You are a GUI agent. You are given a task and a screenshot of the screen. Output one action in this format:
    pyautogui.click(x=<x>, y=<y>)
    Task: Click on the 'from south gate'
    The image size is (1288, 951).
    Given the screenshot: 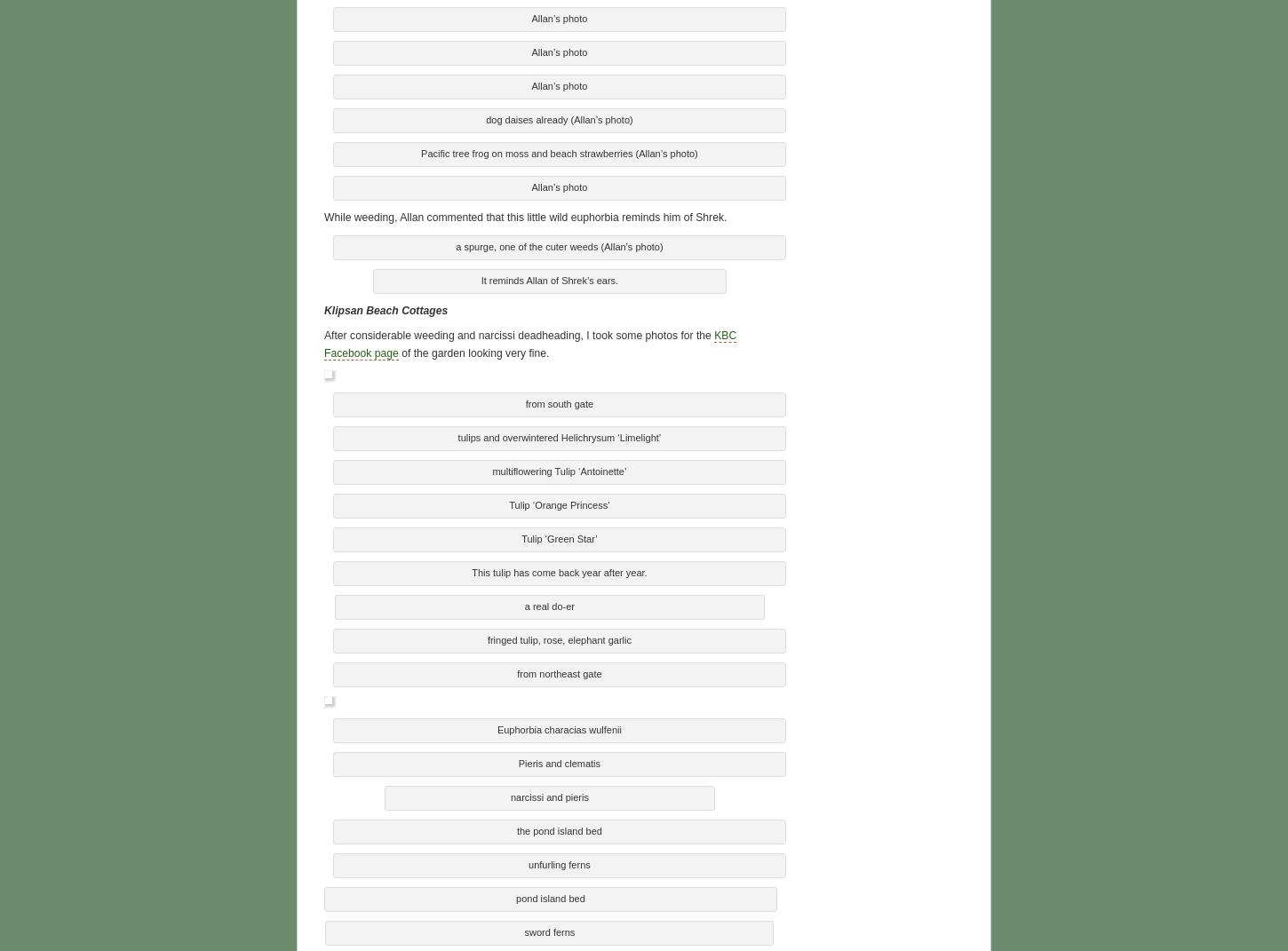 What is the action you would take?
    pyautogui.click(x=525, y=400)
    